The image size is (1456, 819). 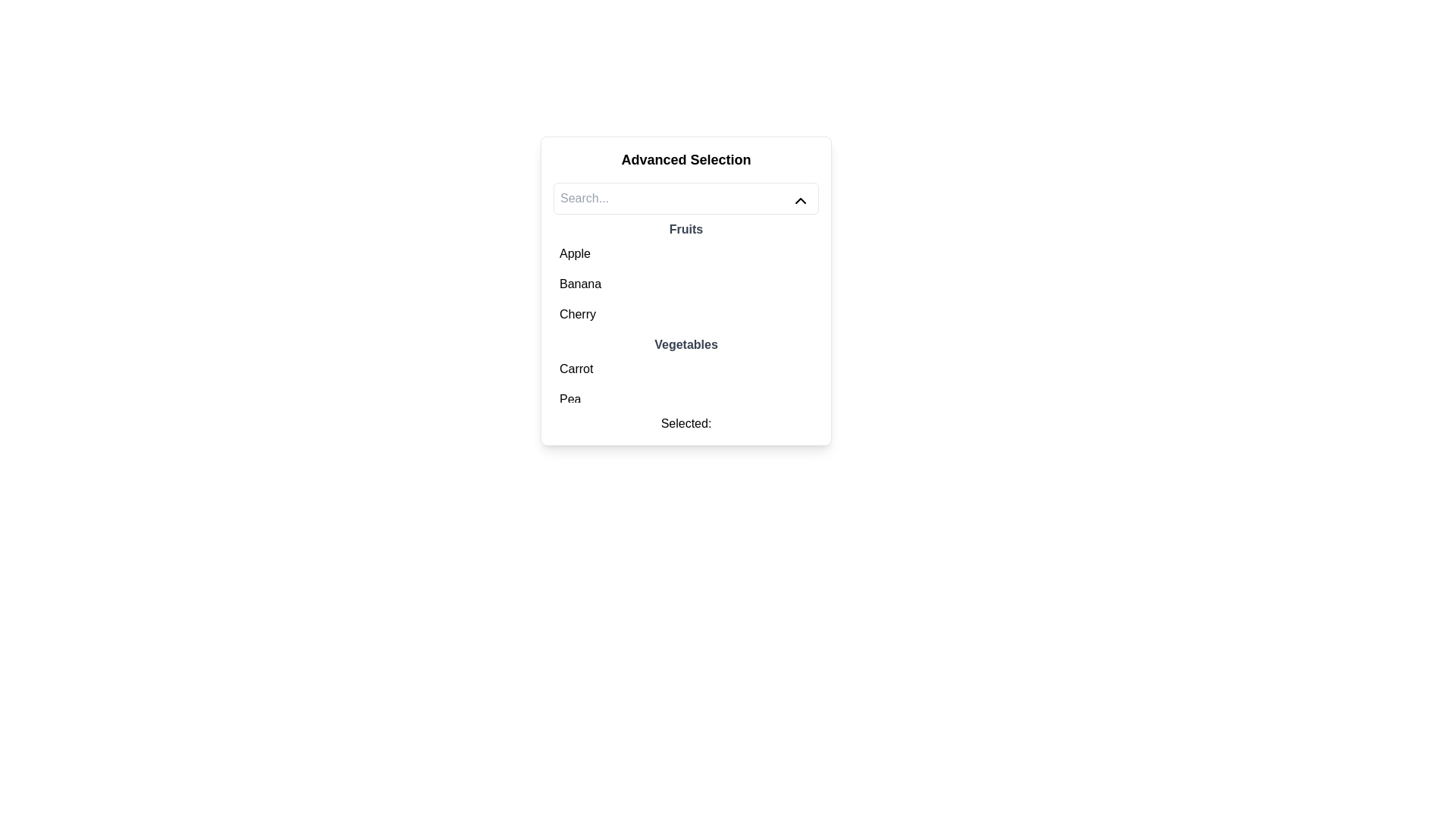 What do you see at coordinates (686, 399) in the screenshot?
I see `the second item in the 'Vegetables' selection list` at bounding box center [686, 399].